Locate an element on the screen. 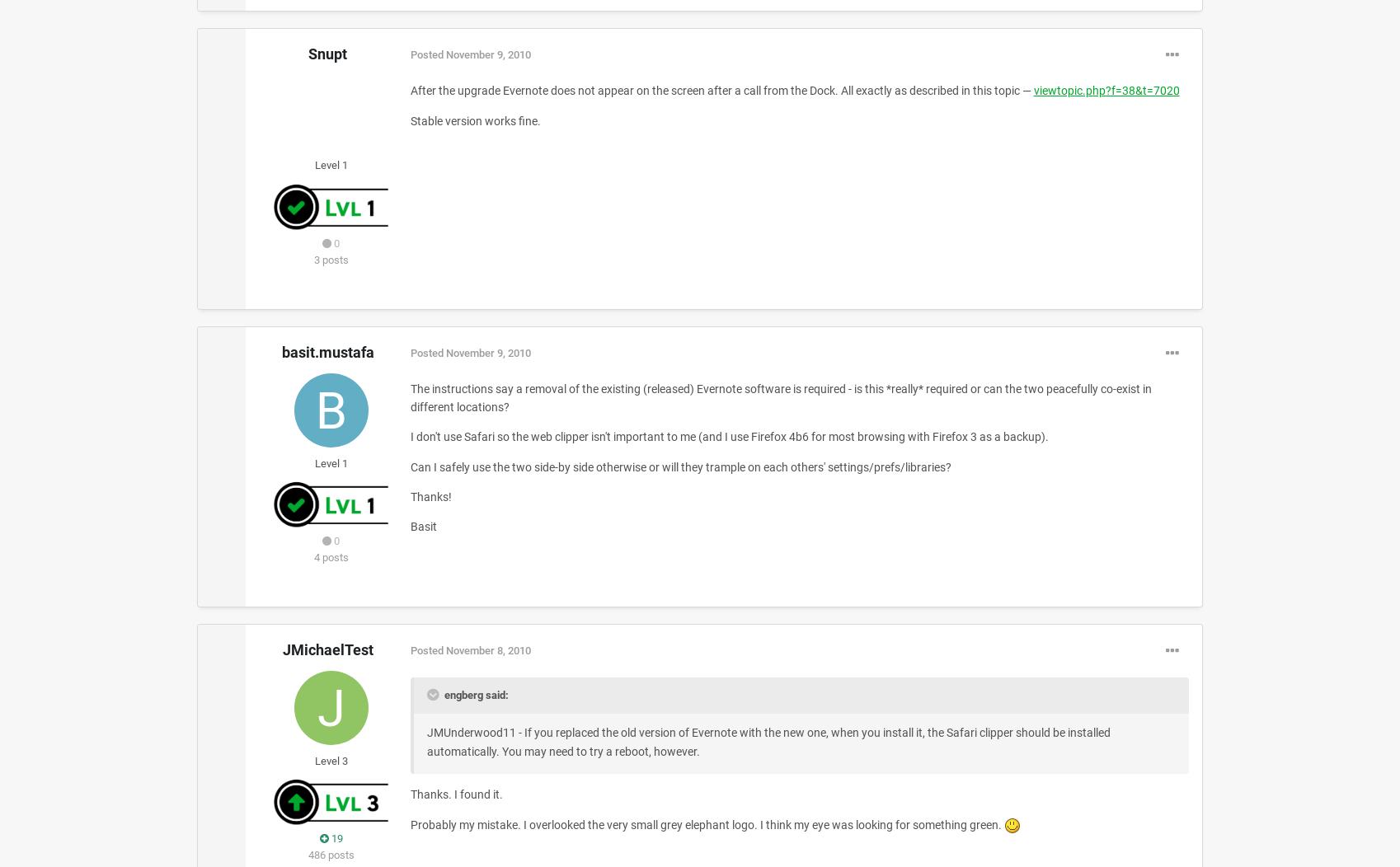 The image size is (1400, 867). 'Basit' is located at coordinates (409, 526).